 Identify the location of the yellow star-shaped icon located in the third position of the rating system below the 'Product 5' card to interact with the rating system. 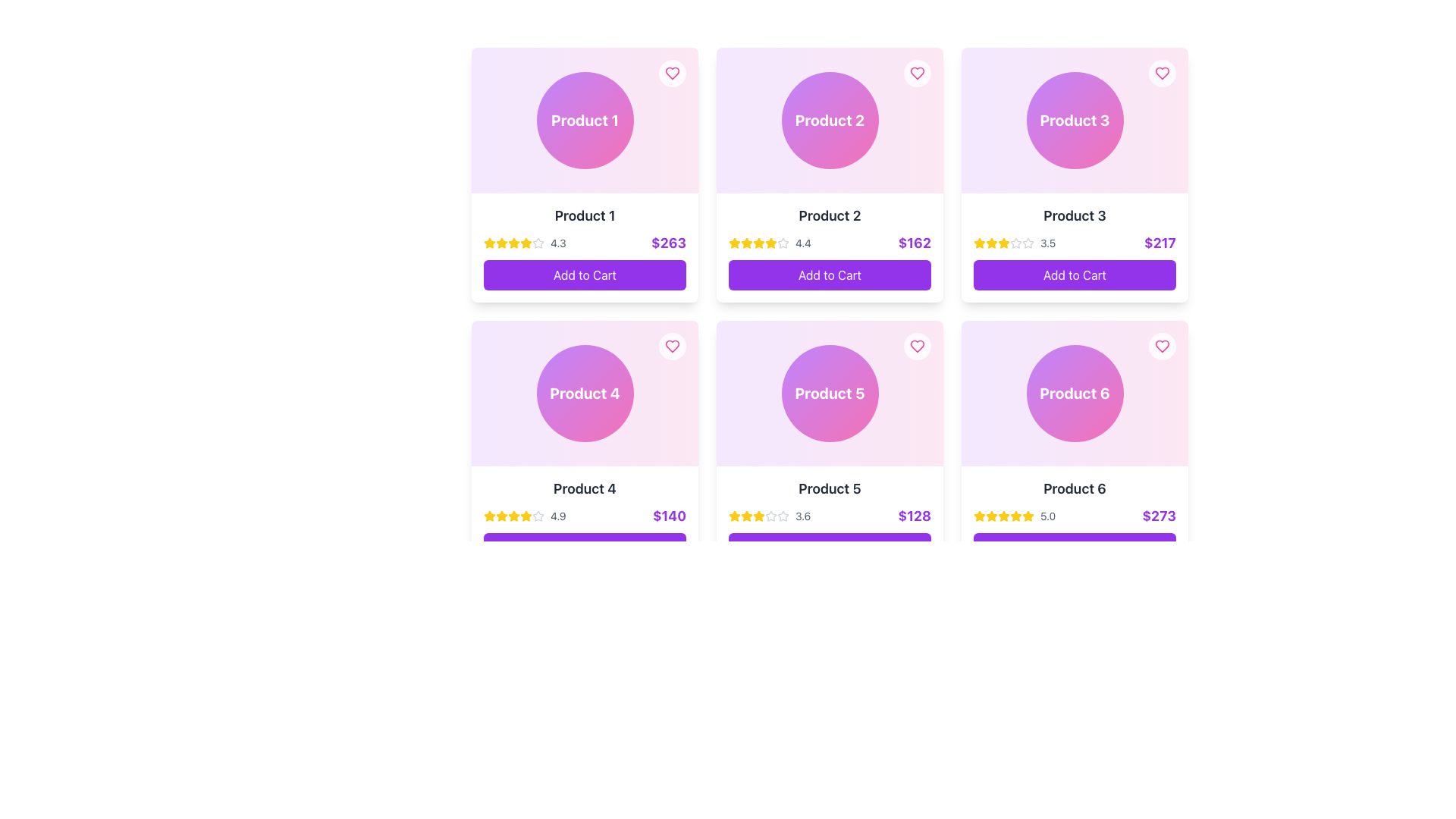
(746, 516).